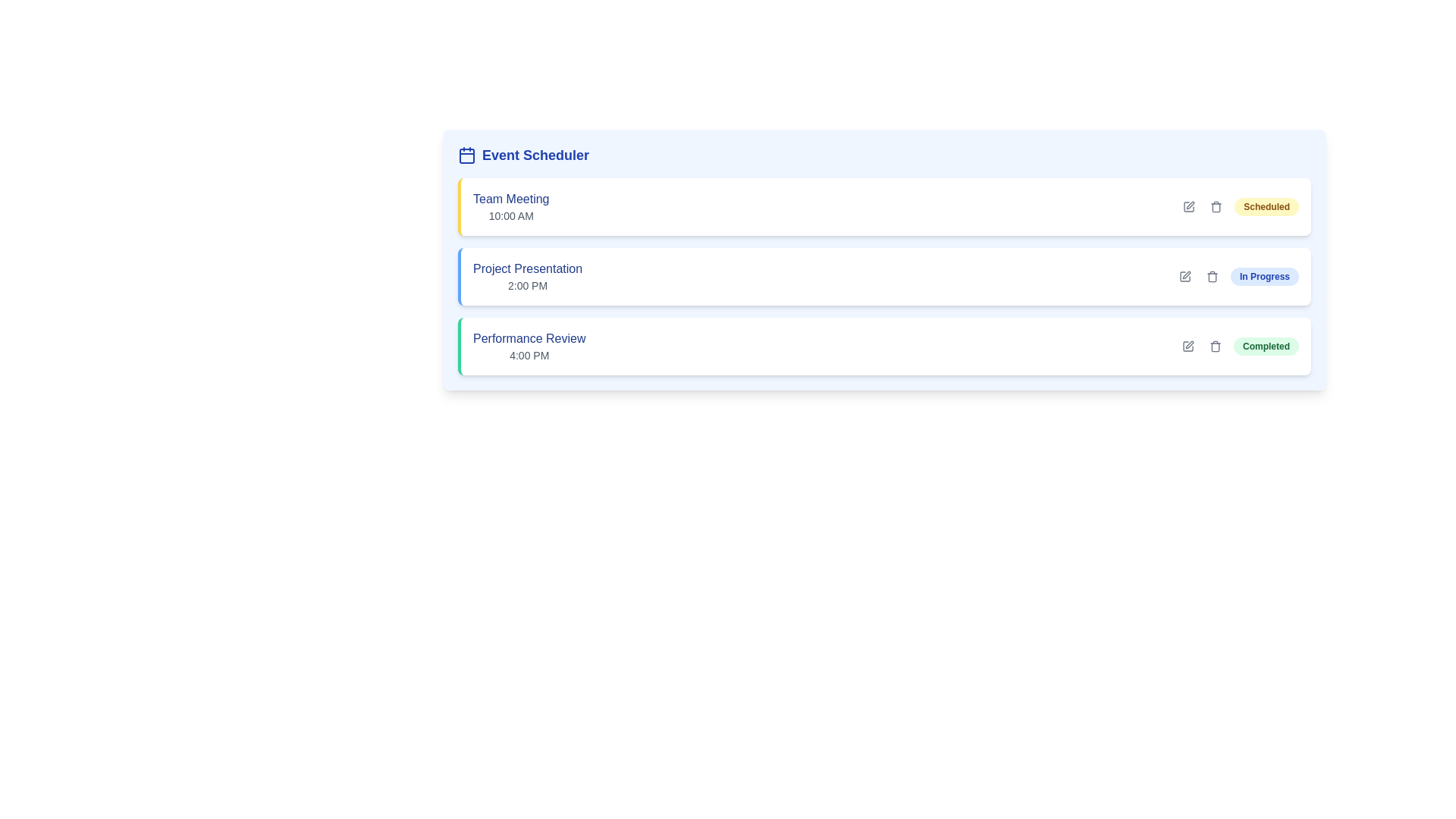 Image resolution: width=1456 pixels, height=819 pixels. What do you see at coordinates (466, 155) in the screenshot?
I see `the calendar icon with a blue outline located to the left of the 'Event Scheduler' text` at bounding box center [466, 155].